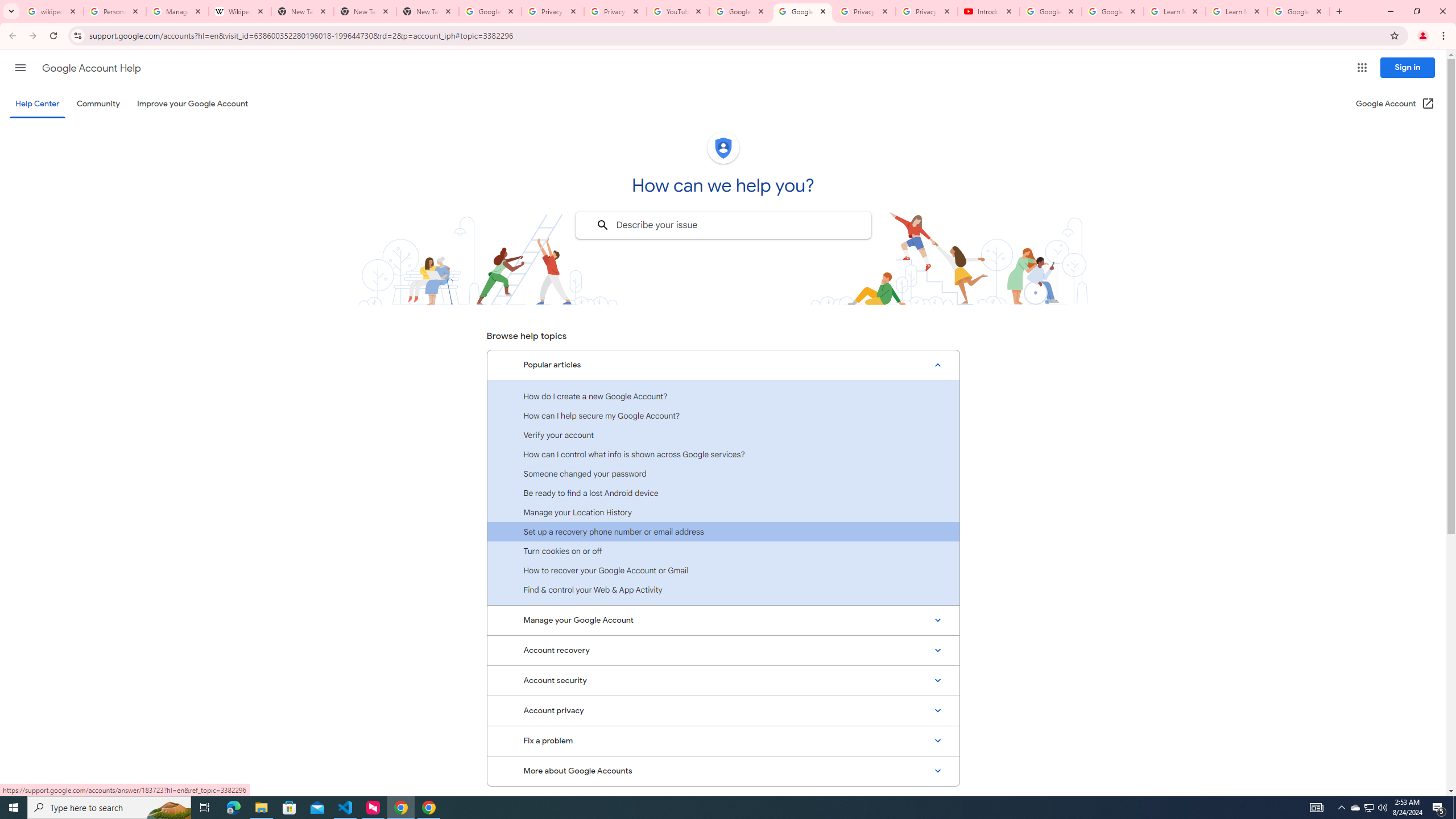 Image resolution: width=1456 pixels, height=819 pixels. Describe the element at coordinates (239, 11) in the screenshot. I see `'Wikipedia:Edit requests - Wikipedia'` at that location.